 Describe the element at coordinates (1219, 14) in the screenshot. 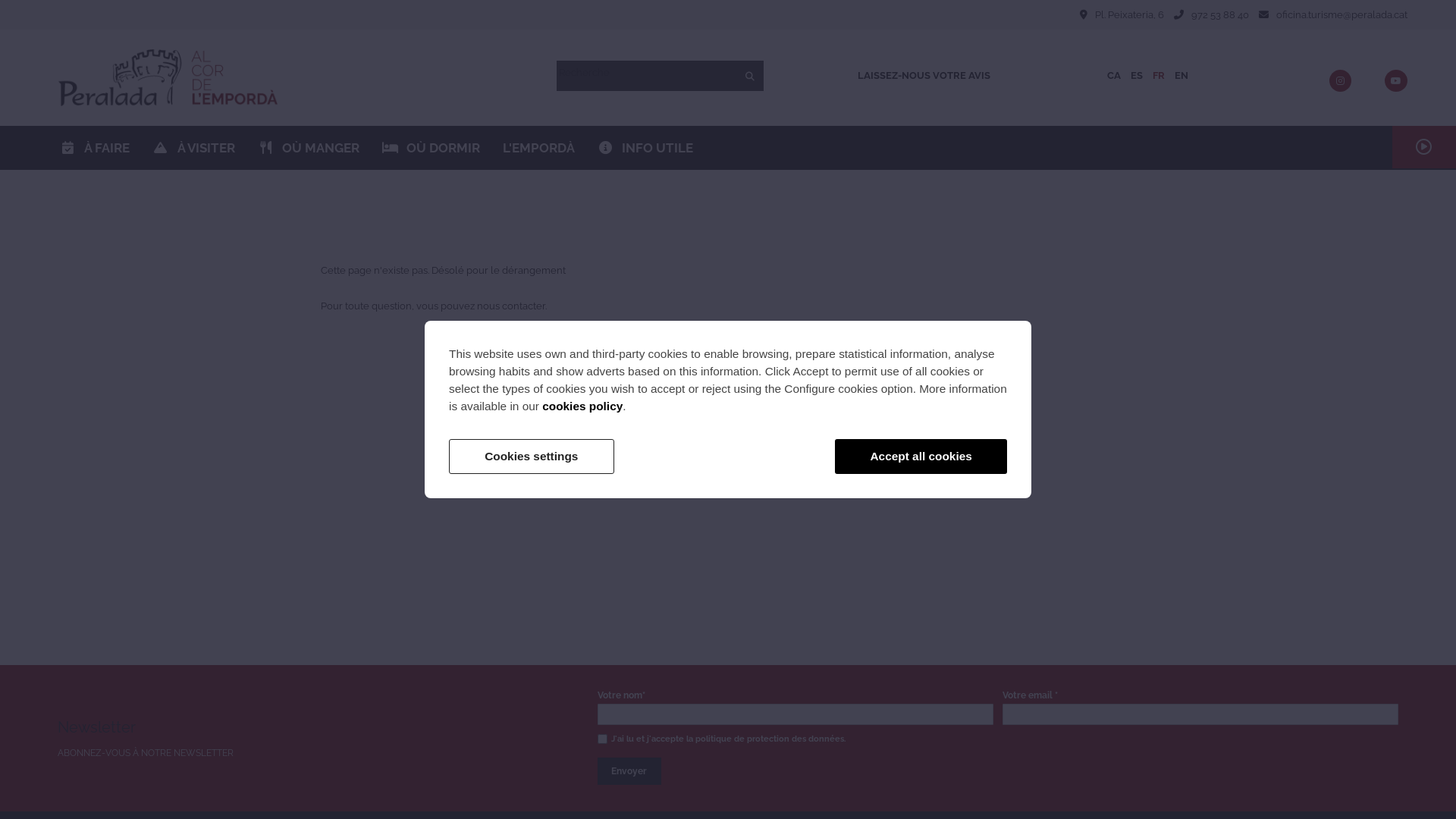

I see `'972 53 88 40'` at that location.